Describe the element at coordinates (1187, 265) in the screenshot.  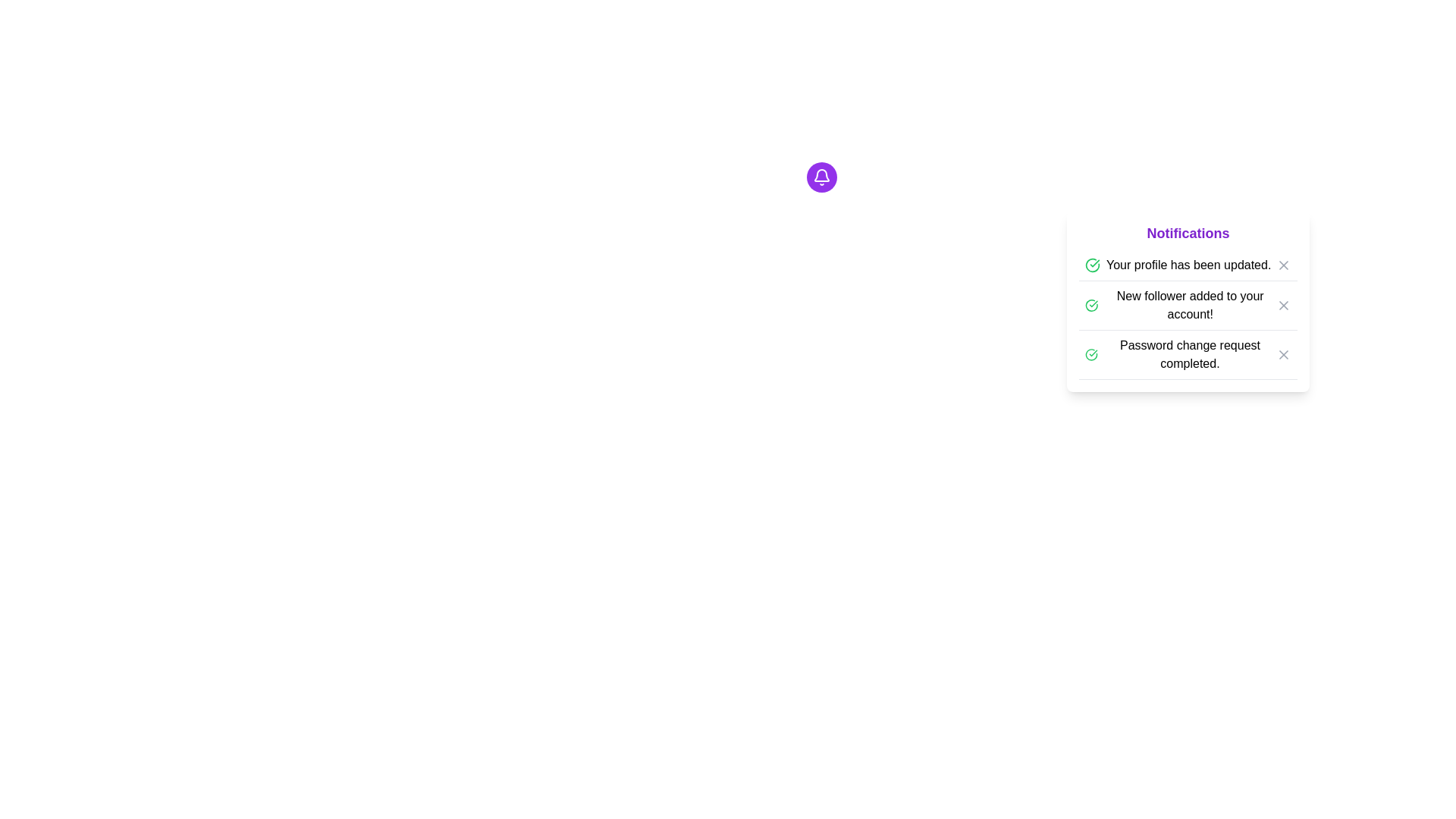
I see `the first notification entry that notifies the user about the successful update of their profile` at that location.